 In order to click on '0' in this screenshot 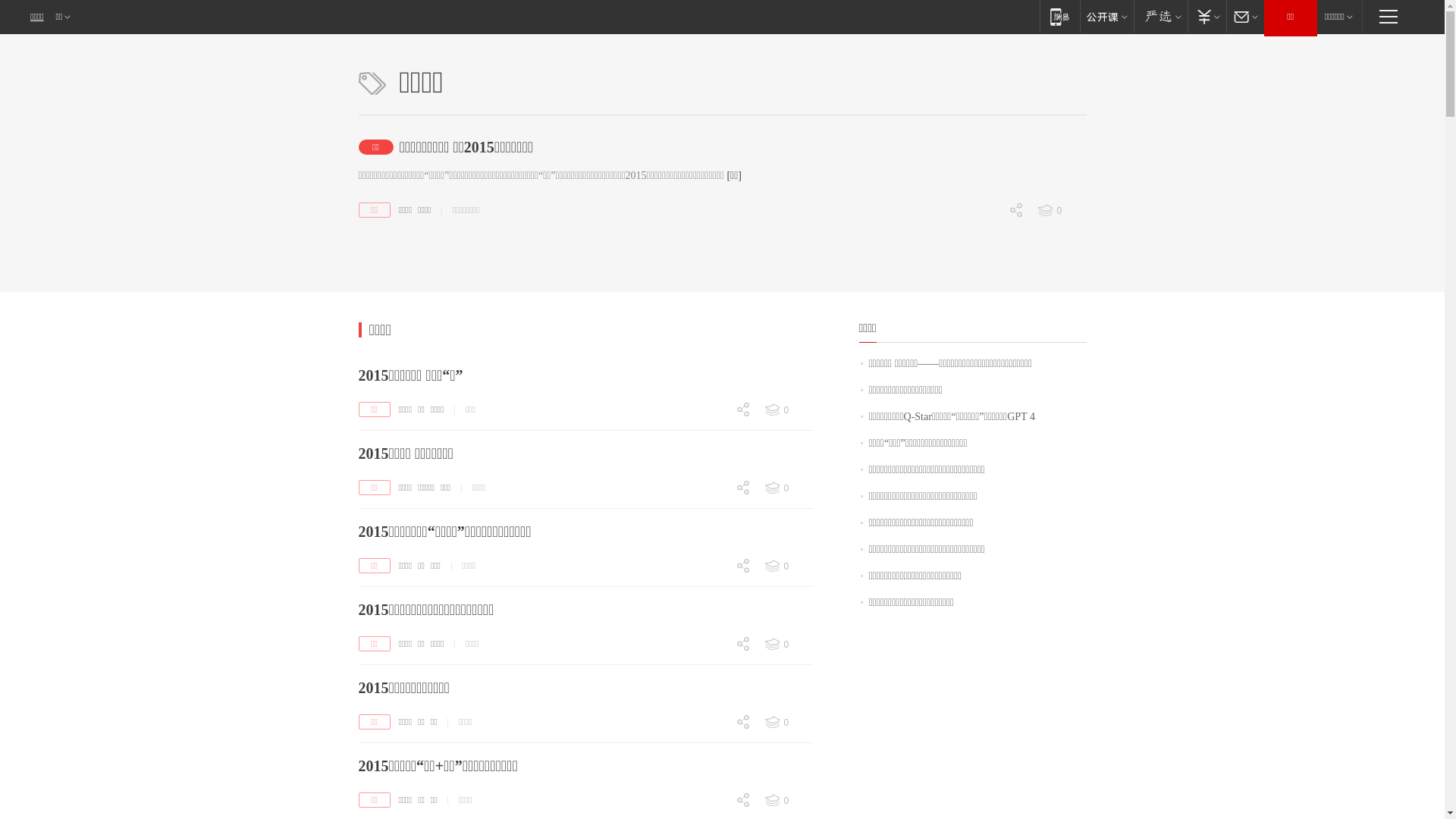, I will do `click(712, 801)`.